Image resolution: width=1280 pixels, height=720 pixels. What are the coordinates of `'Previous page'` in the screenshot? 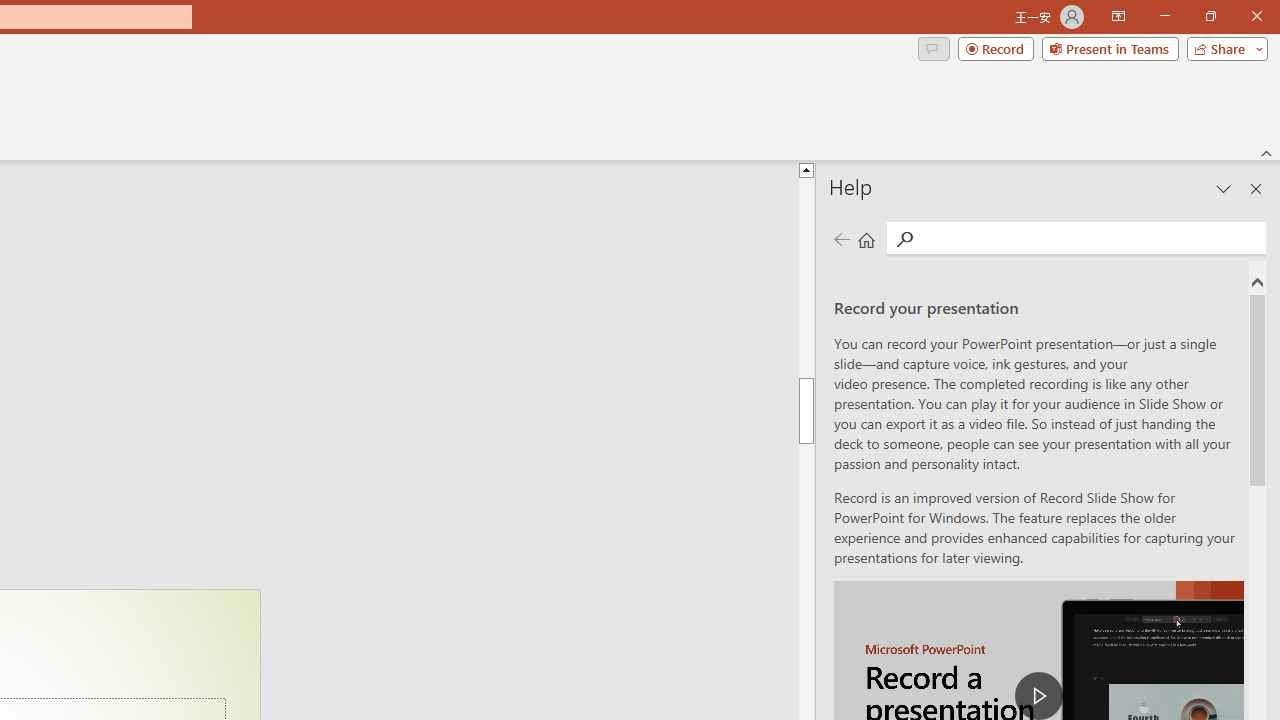 It's located at (841, 238).